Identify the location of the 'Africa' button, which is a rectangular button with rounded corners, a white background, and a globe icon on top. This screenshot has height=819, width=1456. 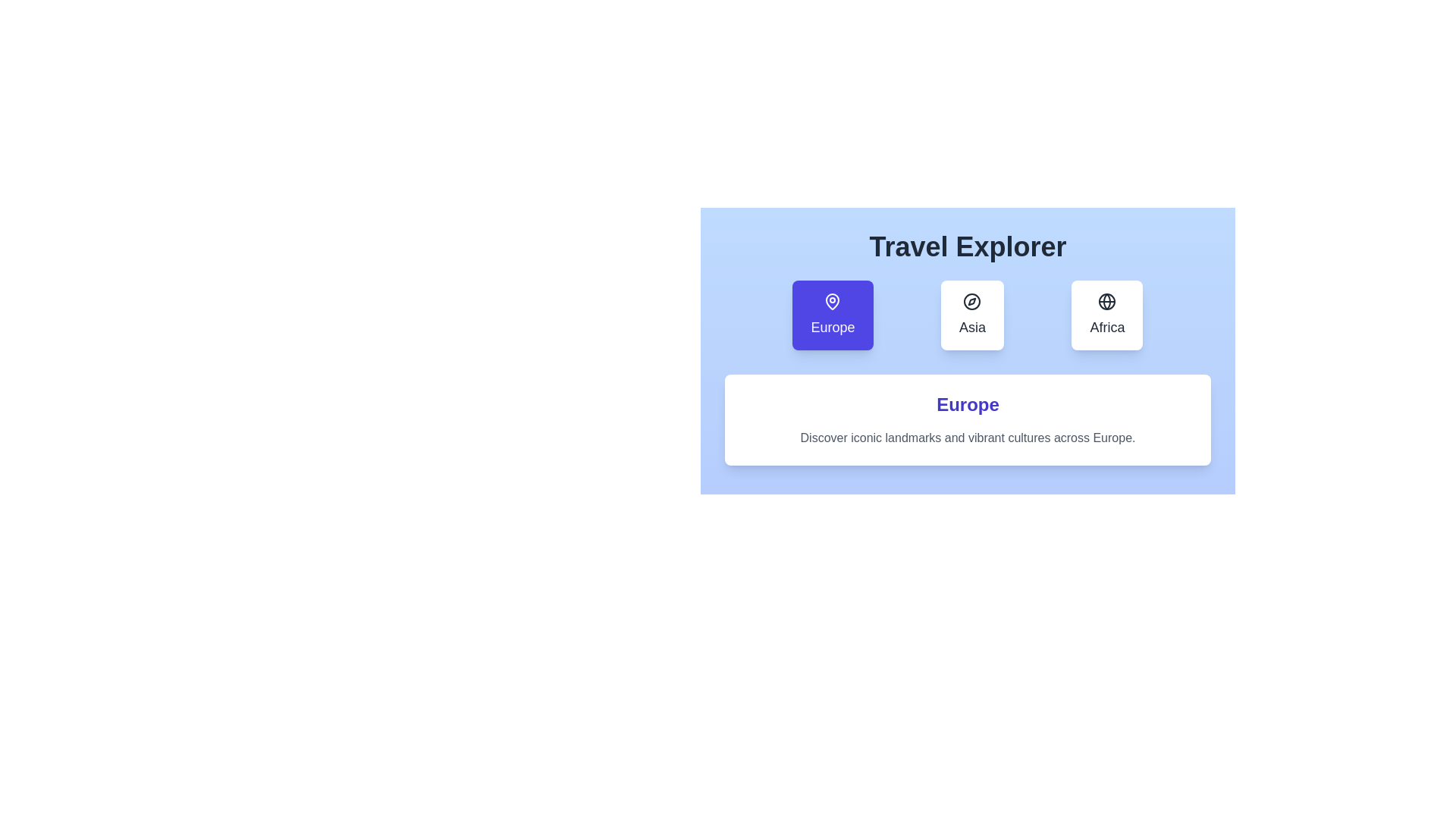
(1107, 315).